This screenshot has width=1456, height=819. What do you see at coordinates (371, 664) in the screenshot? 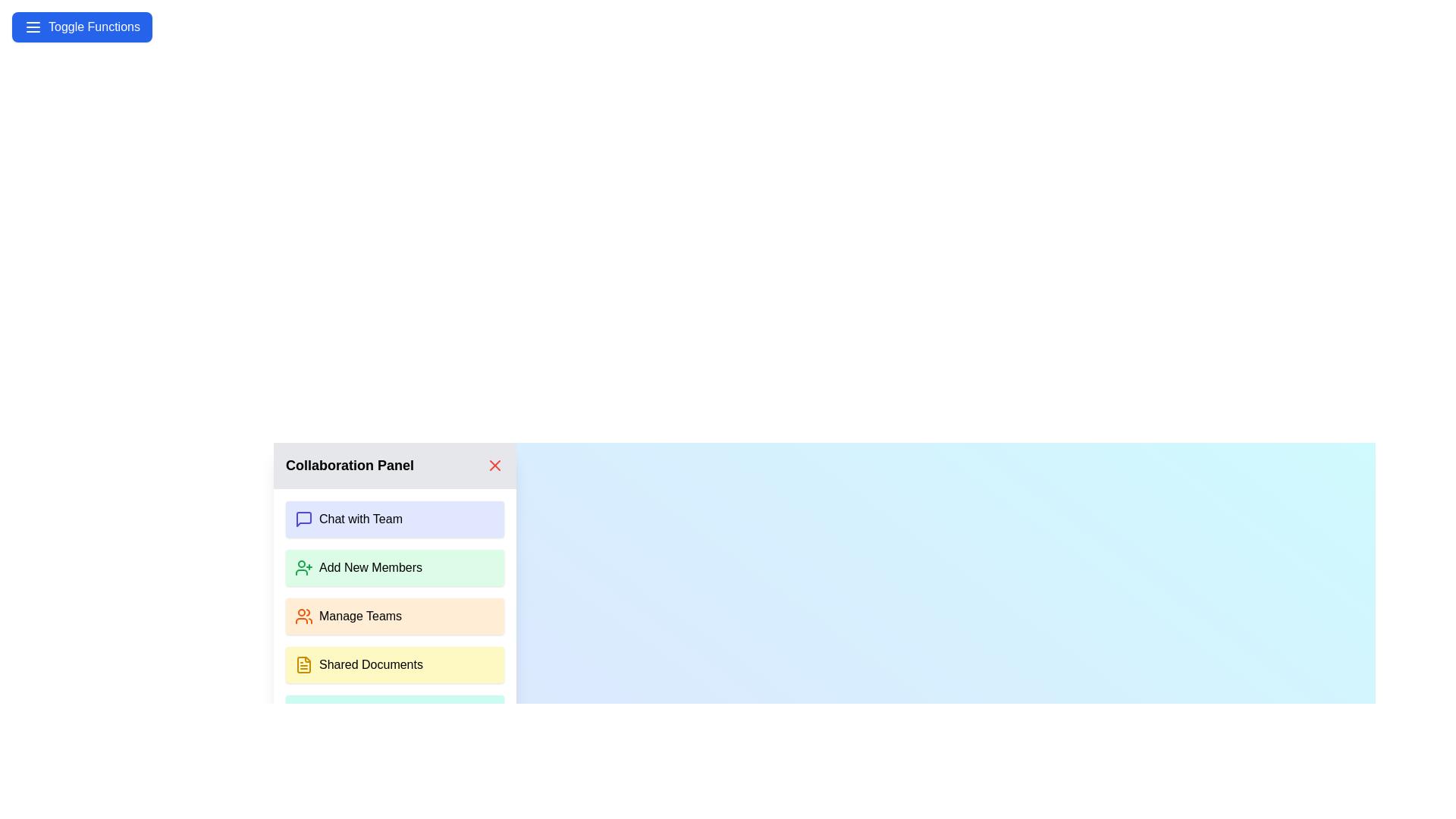
I see `the 'Shared Documents' text label in the Collaboration Panel, which is located towards the bottom and aligns center horizontally` at bounding box center [371, 664].